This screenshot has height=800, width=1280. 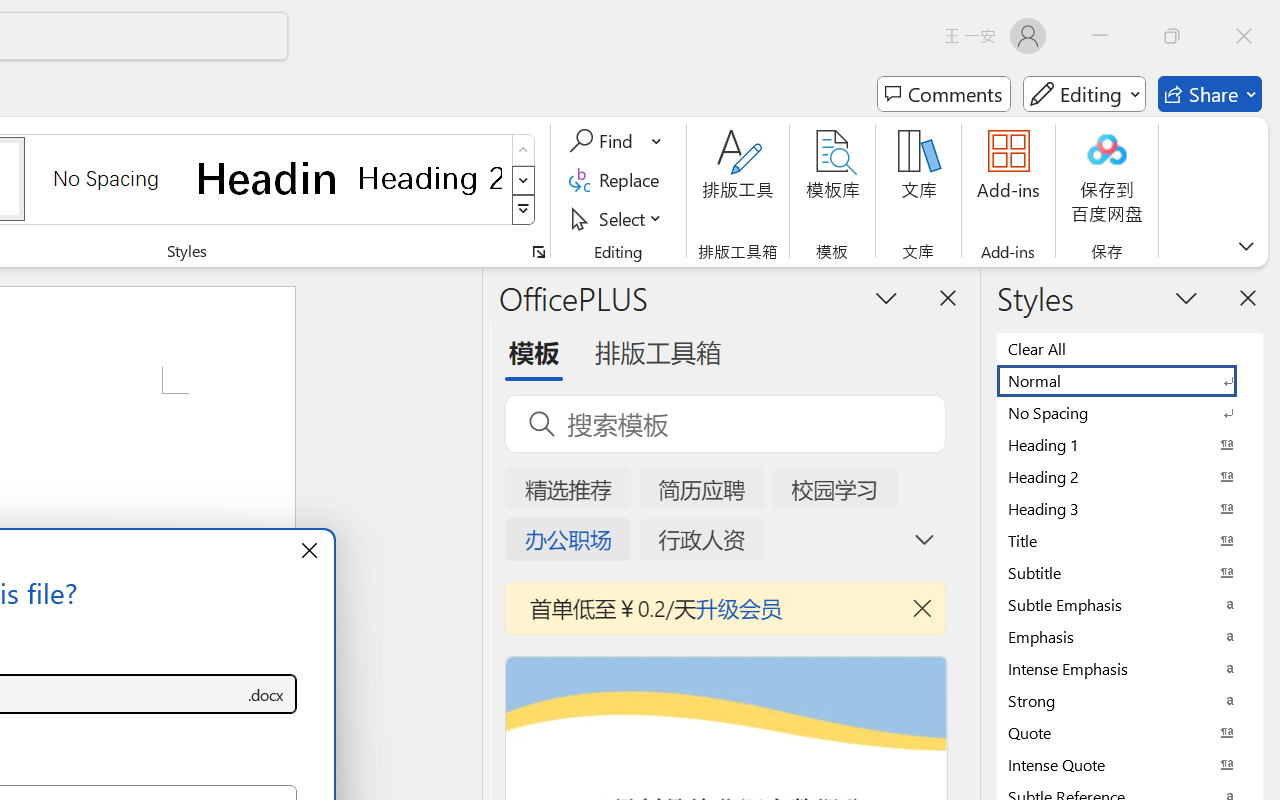 I want to click on 'Clear All', so click(x=1130, y=348).